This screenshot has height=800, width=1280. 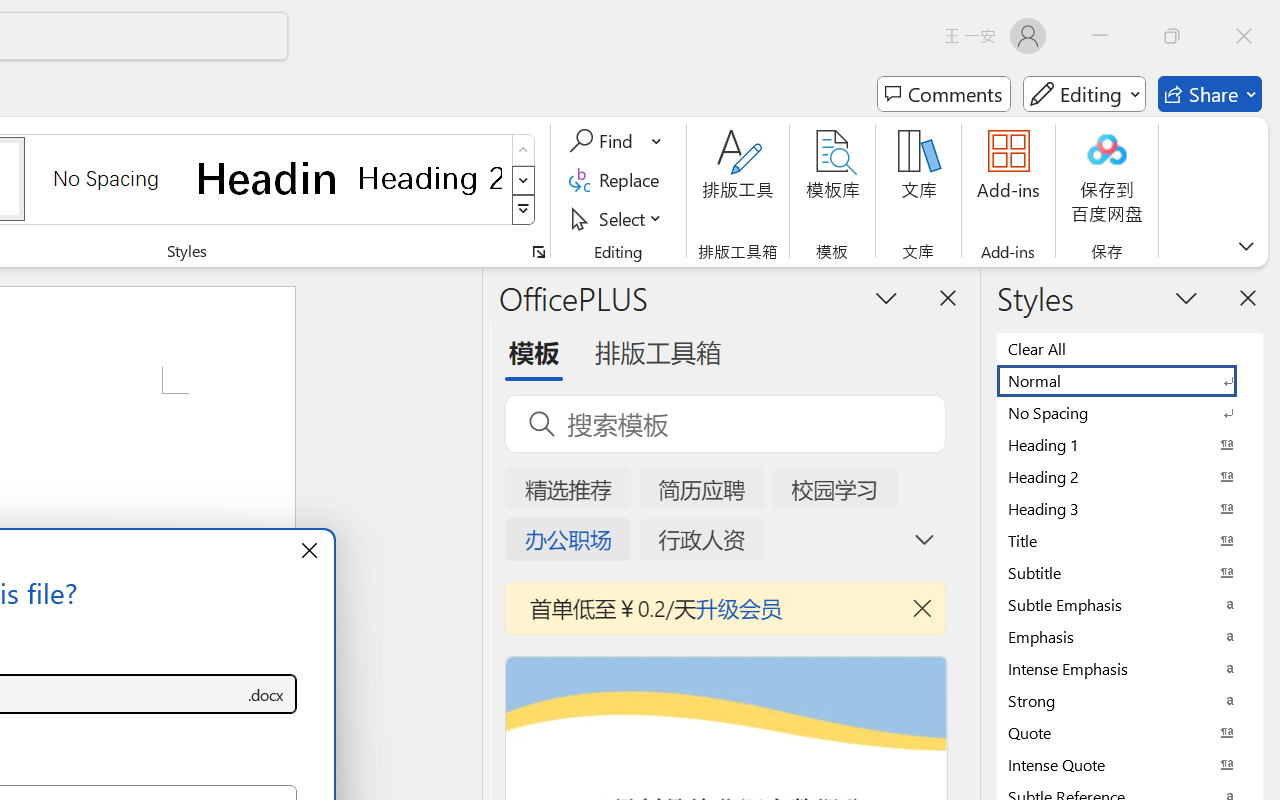 I want to click on 'Clear All', so click(x=1130, y=348).